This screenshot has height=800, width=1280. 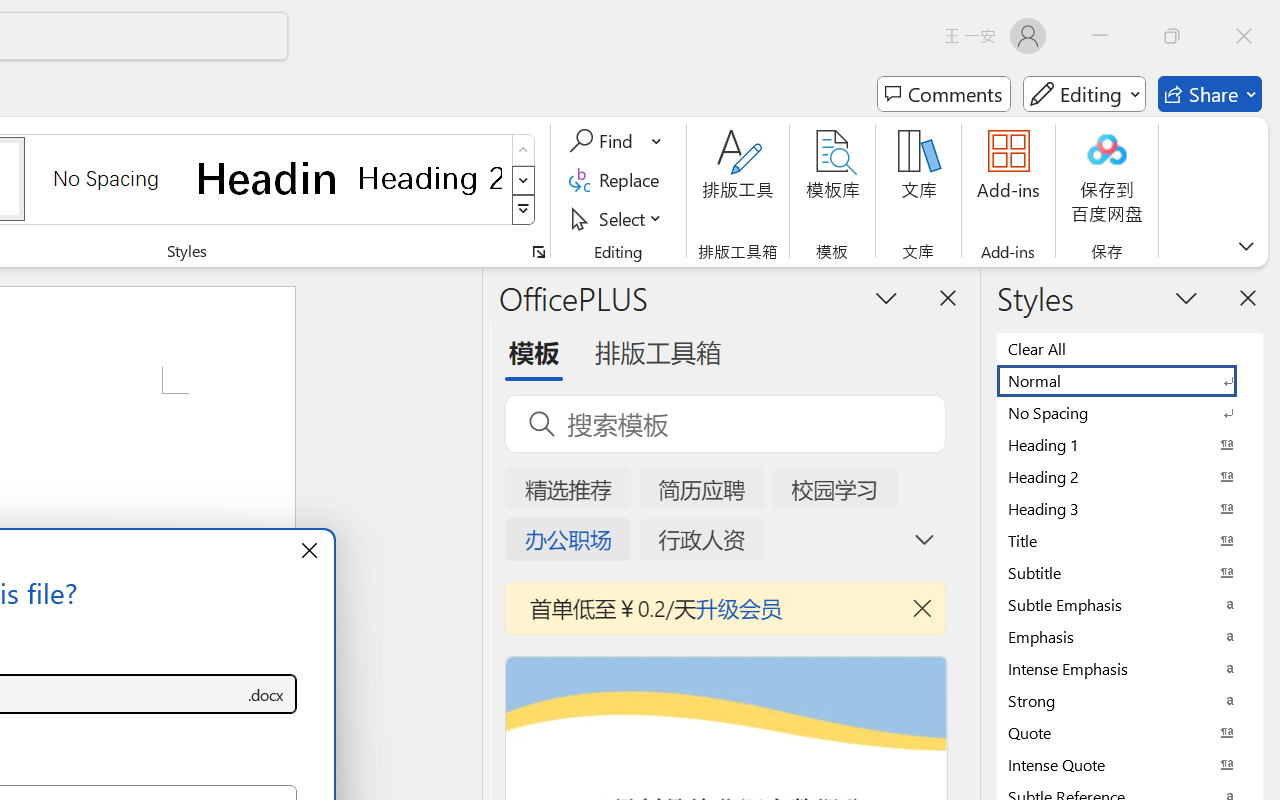 I want to click on 'Clear All', so click(x=1130, y=348).